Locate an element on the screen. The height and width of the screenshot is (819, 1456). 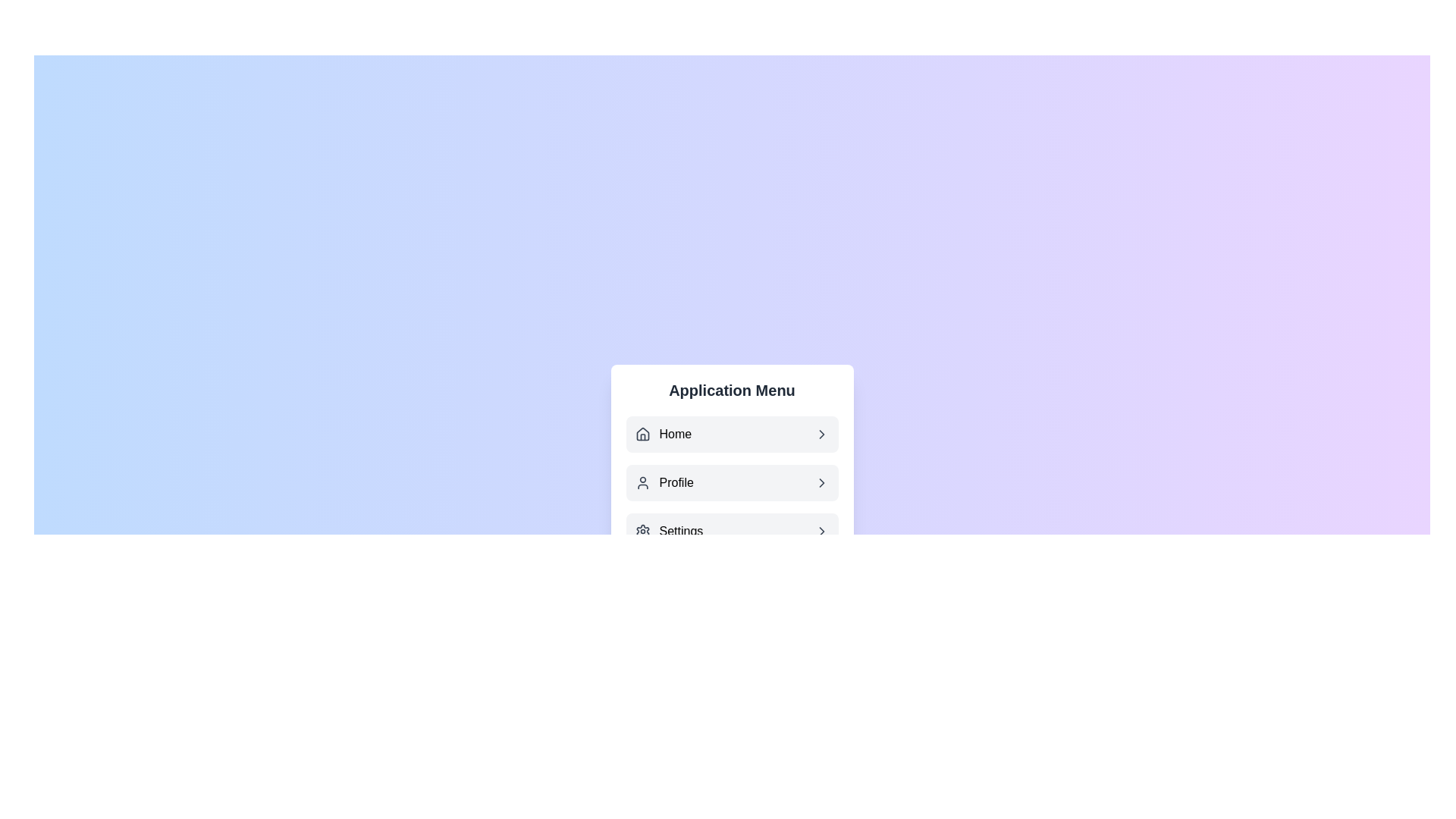
the user profile icon, which is a circular head with a semi-circular body outline, located next to the 'Profile' text label in the menu is located at coordinates (642, 482).